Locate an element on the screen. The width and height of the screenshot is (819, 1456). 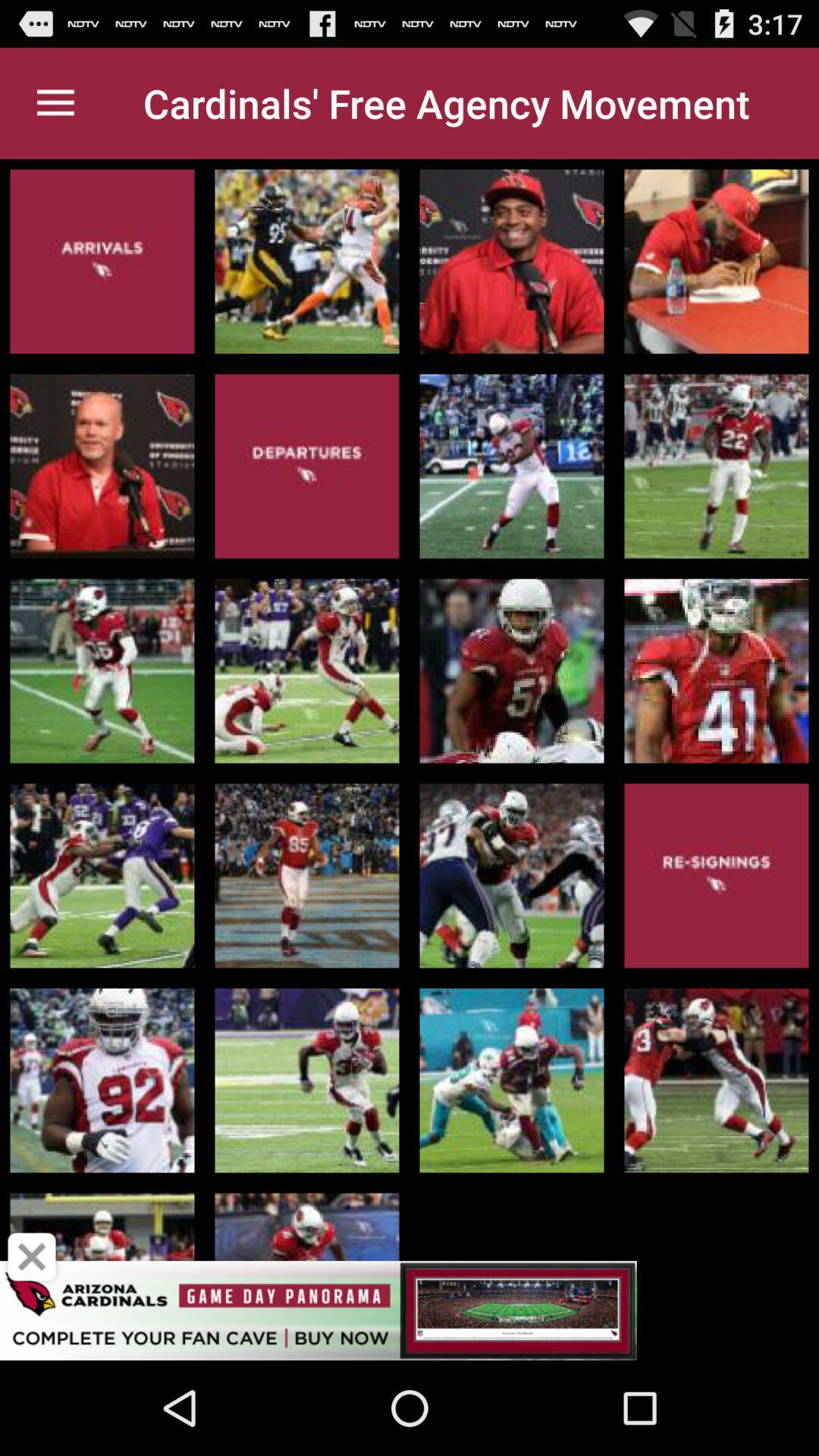
to close an add is located at coordinates (32, 1257).